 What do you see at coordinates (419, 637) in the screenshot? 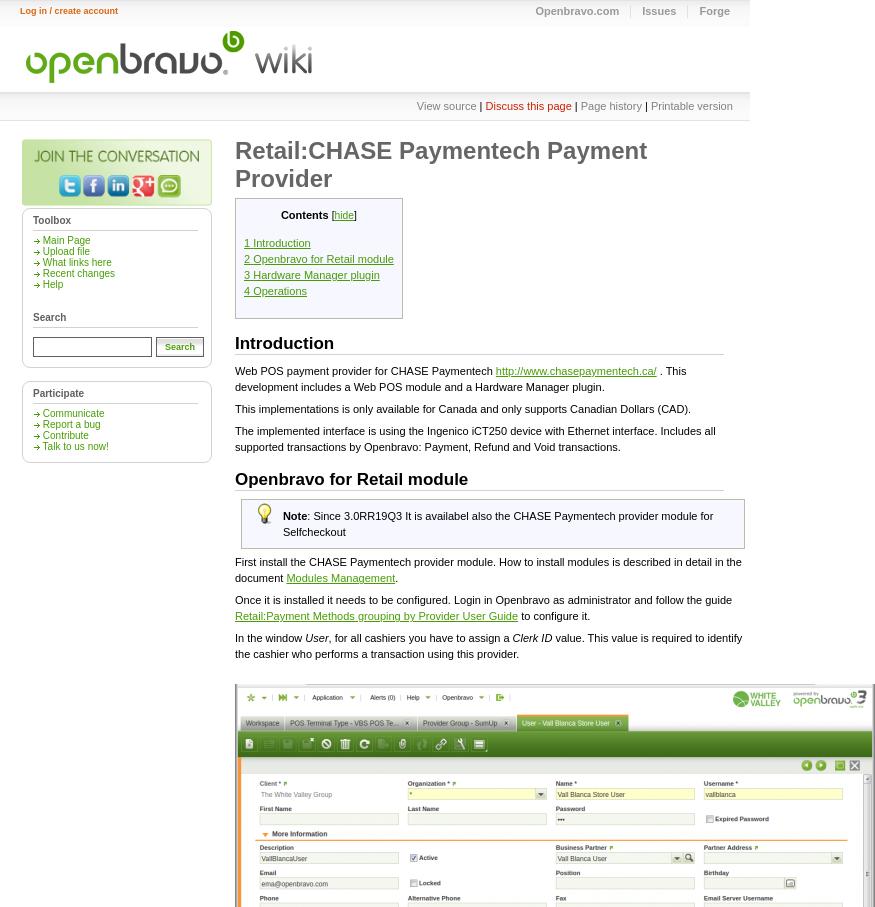
I see `', for all cashiers you have to assign a'` at bounding box center [419, 637].